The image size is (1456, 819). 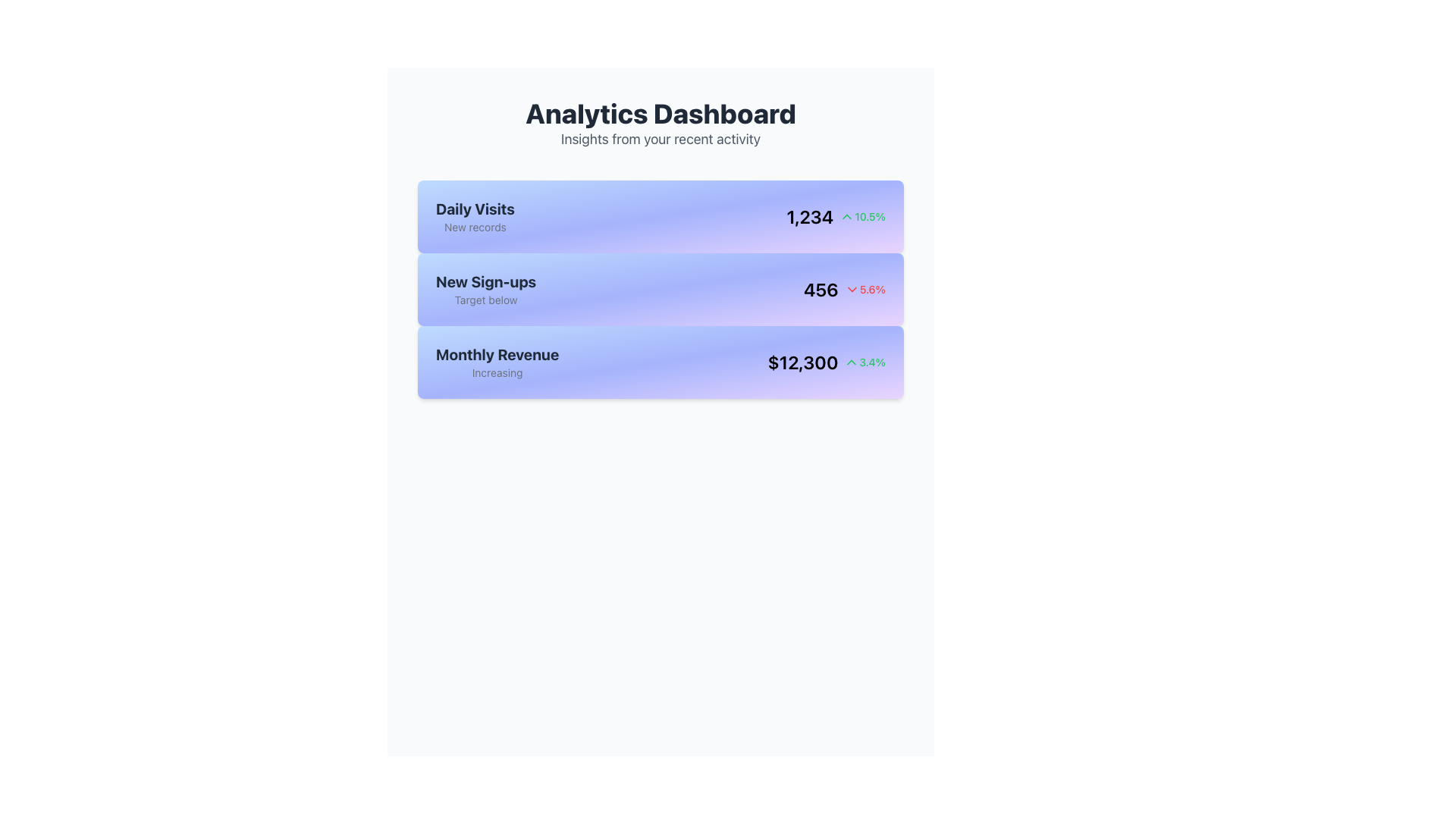 I want to click on the bold heading text component that reads 'Analytics Dashboard', which is styled in a large font size and dark gray color, positioned prominently at the top of the interface, so click(x=661, y=113).